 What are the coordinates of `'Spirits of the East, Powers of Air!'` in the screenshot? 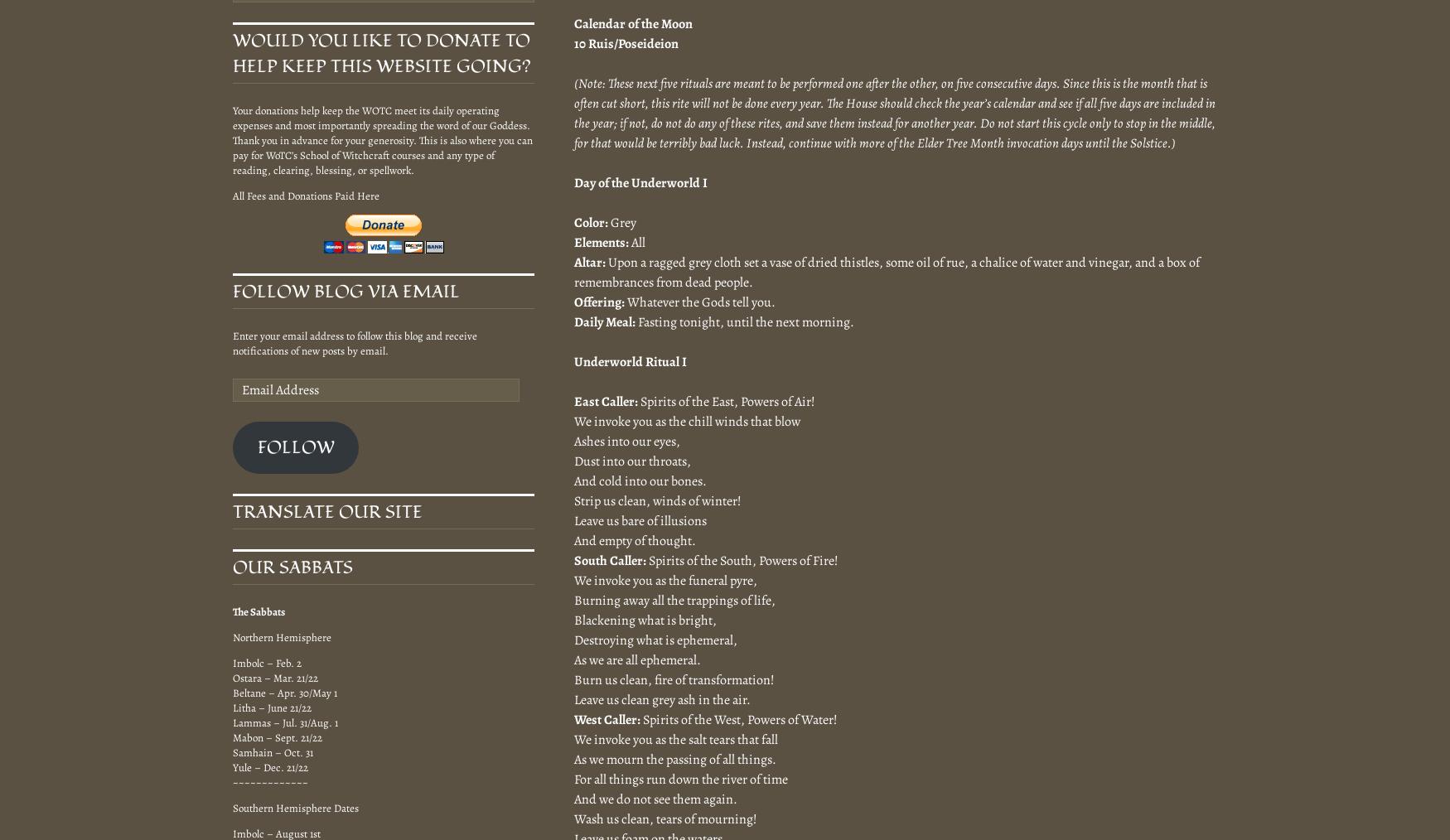 It's located at (725, 400).